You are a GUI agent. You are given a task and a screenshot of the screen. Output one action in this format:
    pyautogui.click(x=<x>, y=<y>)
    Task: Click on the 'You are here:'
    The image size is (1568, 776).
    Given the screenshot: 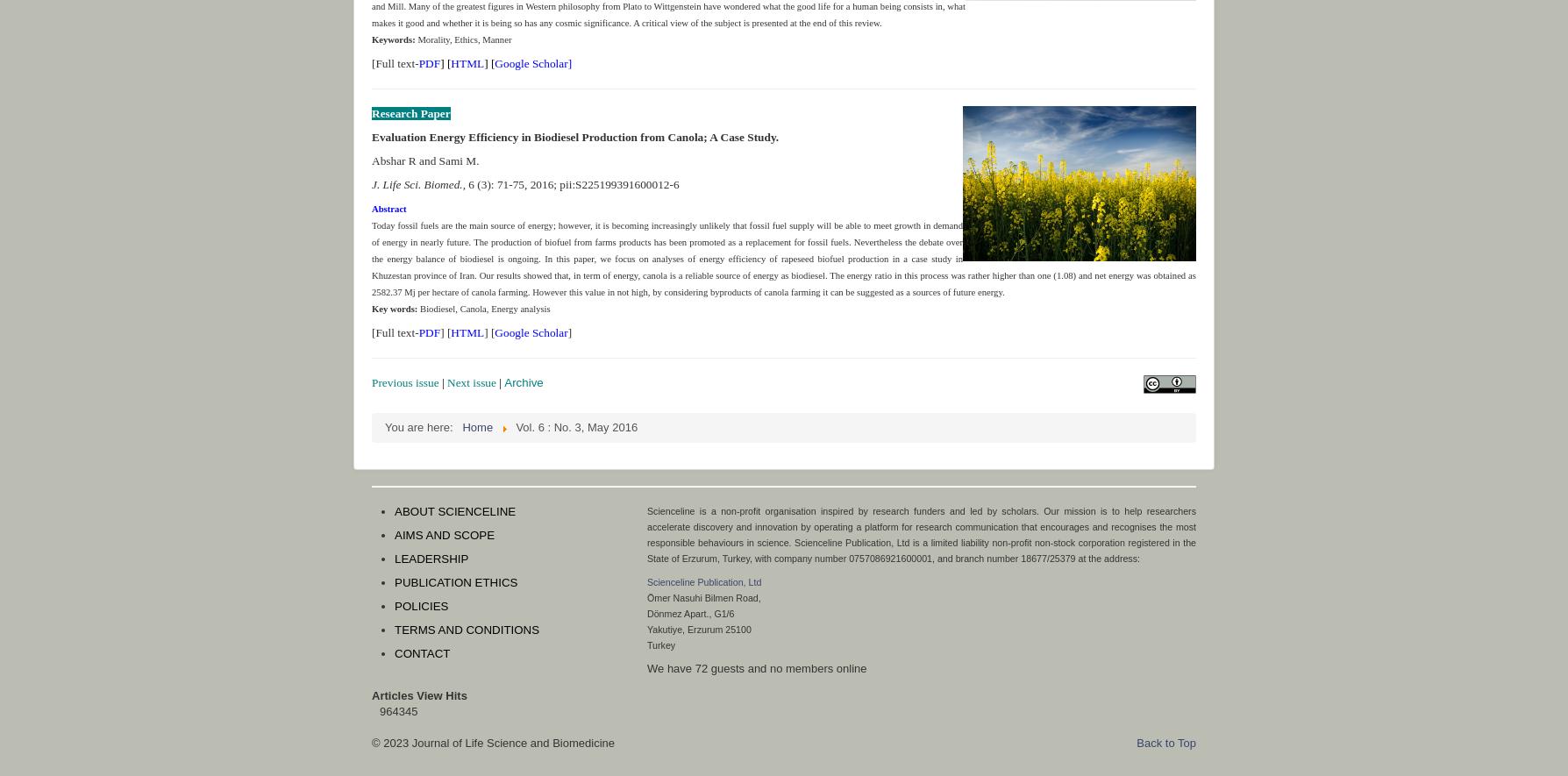 What is the action you would take?
    pyautogui.click(x=421, y=427)
    